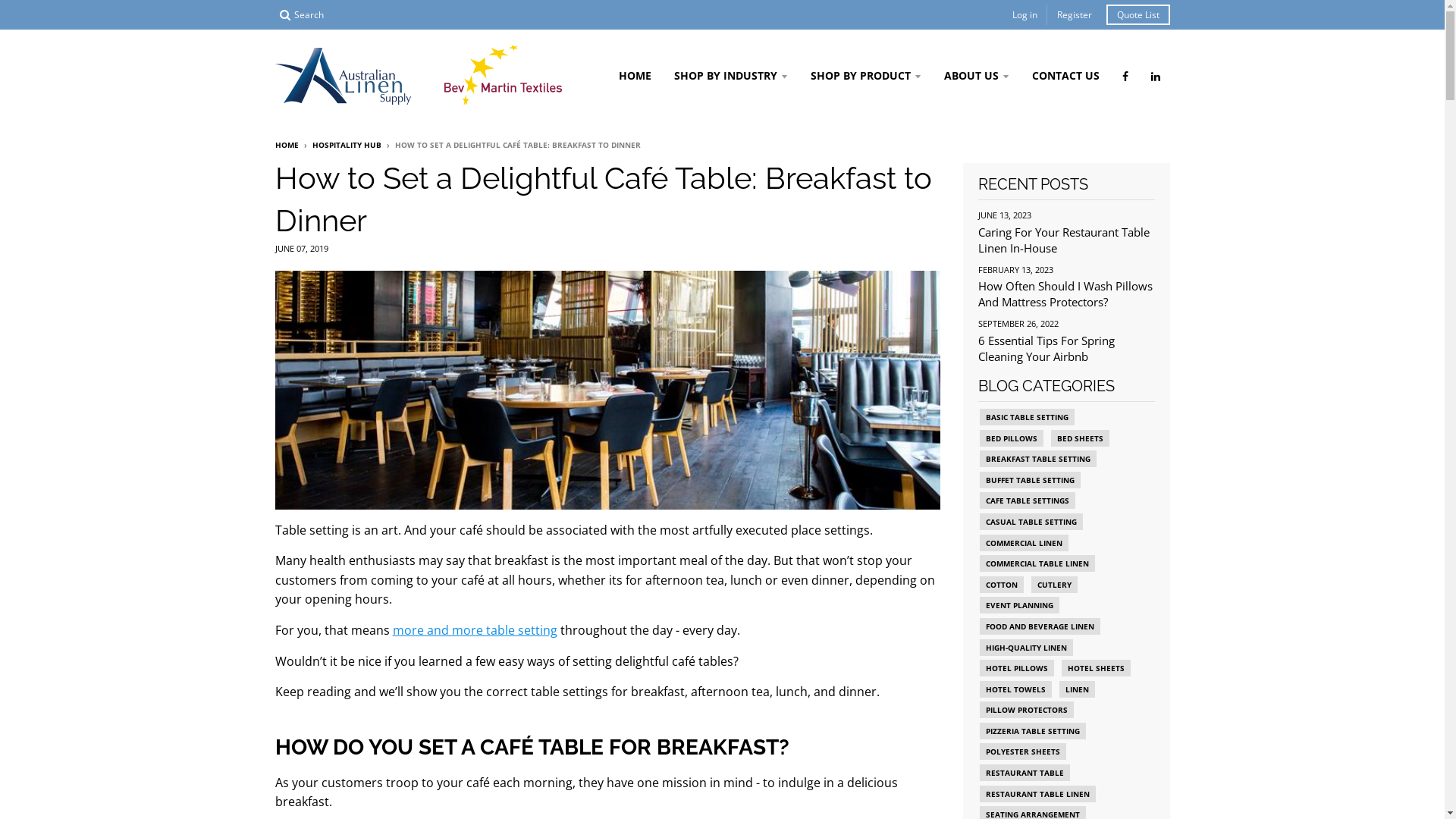 The height and width of the screenshot is (819, 1456). Describe the element at coordinates (1096, 667) in the screenshot. I see `'HOTEL SHEETS'` at that location.